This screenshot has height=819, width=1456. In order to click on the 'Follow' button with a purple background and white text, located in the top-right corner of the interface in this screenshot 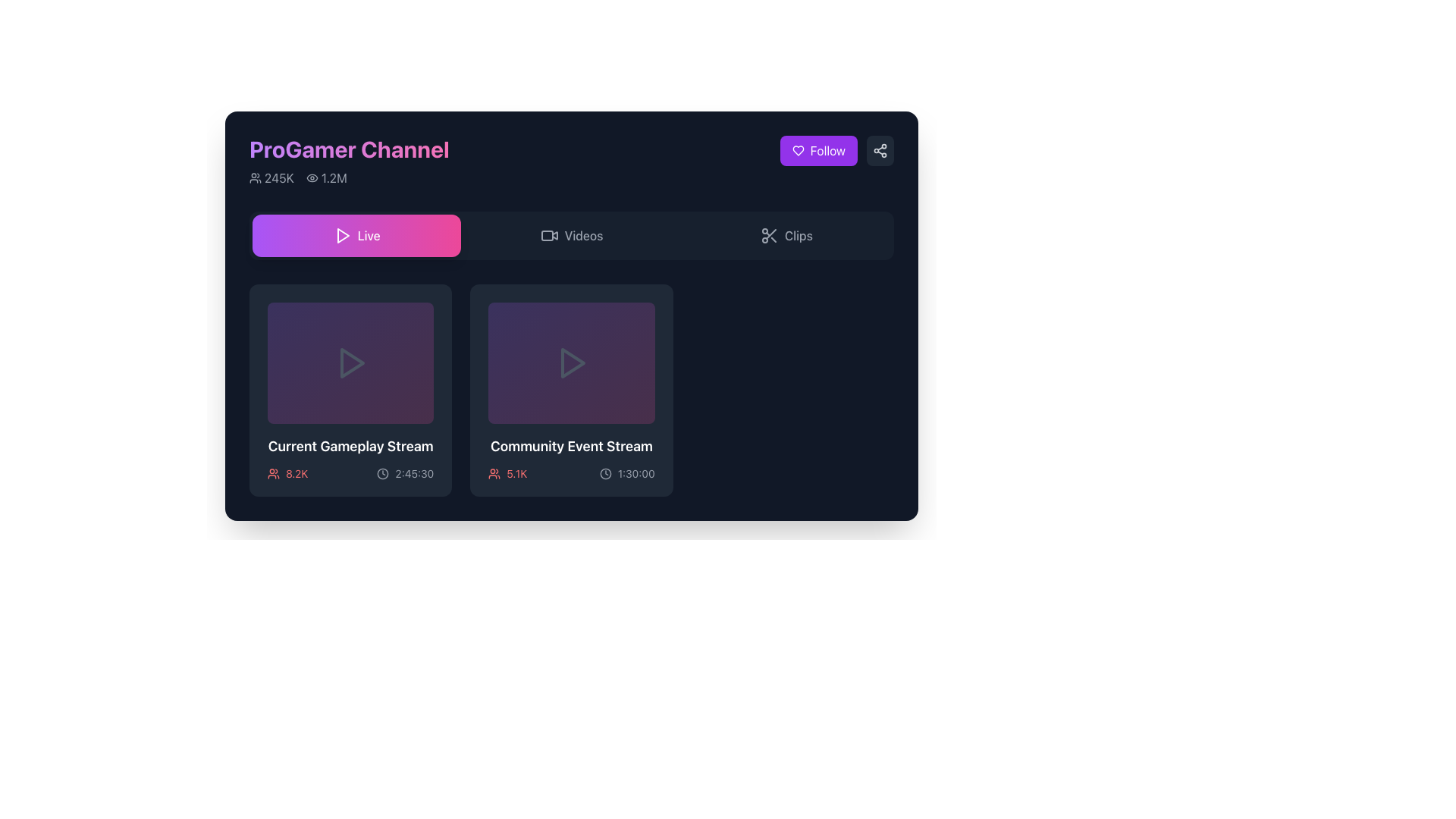, I will do `click(817, 151)`.